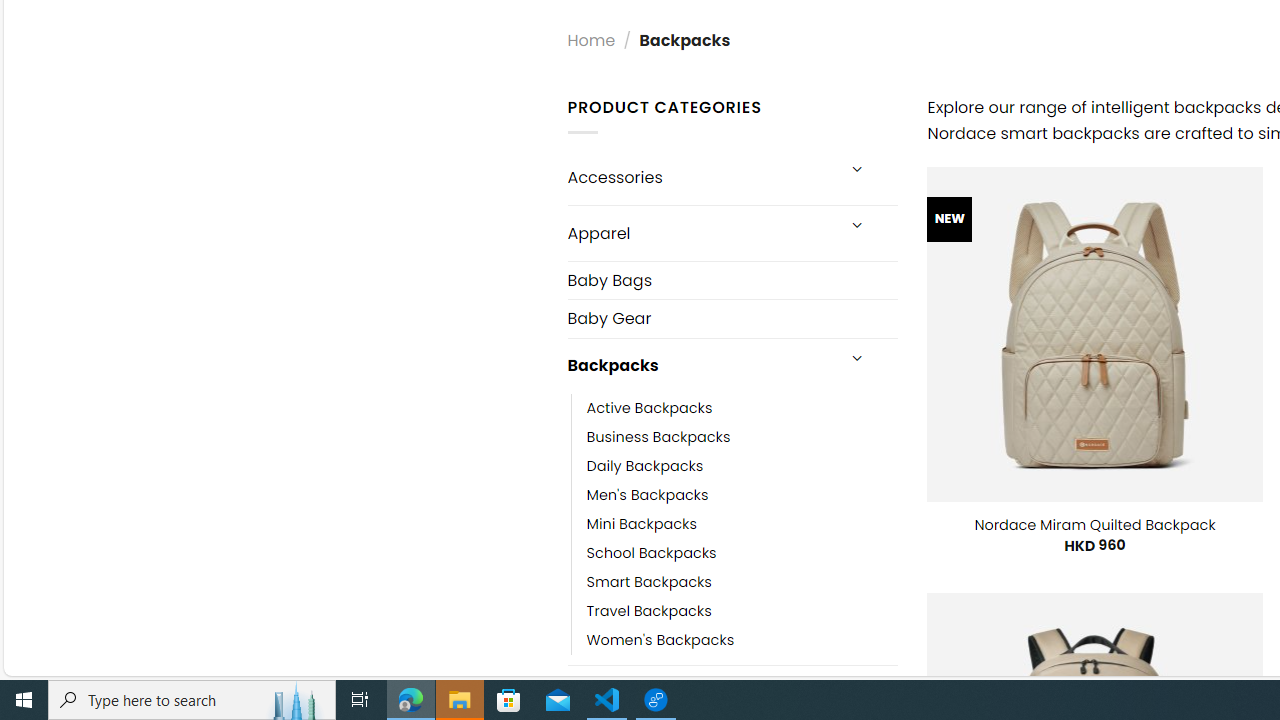 This screenshot has width=1280, height=720. What do you see at coordinates (658, 436) in the screenshot?
I see `'Business Backpacks'` at bounding box center [658, 436].